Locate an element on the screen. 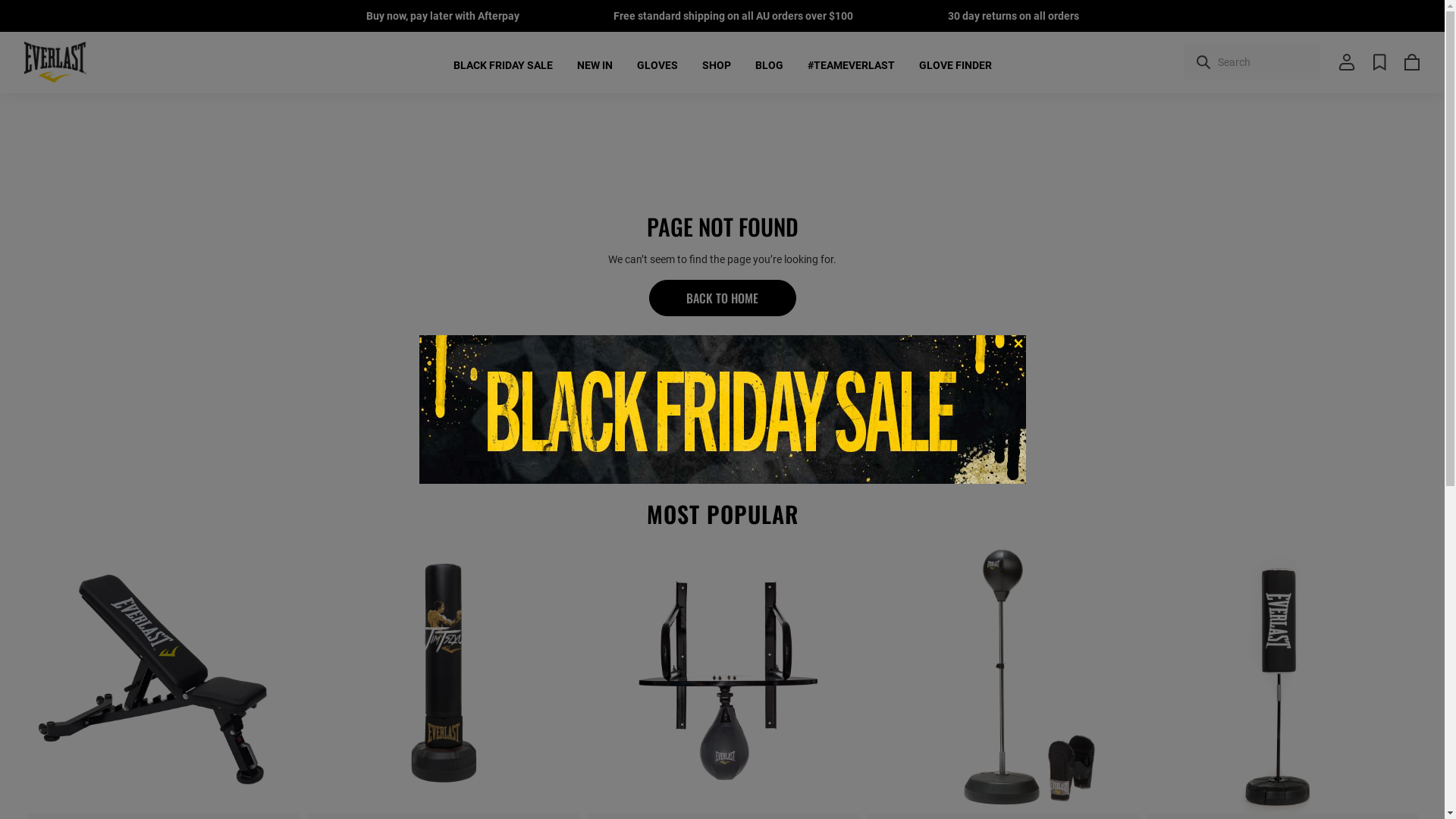  'BLOG' is located at coordinates (769, 64).